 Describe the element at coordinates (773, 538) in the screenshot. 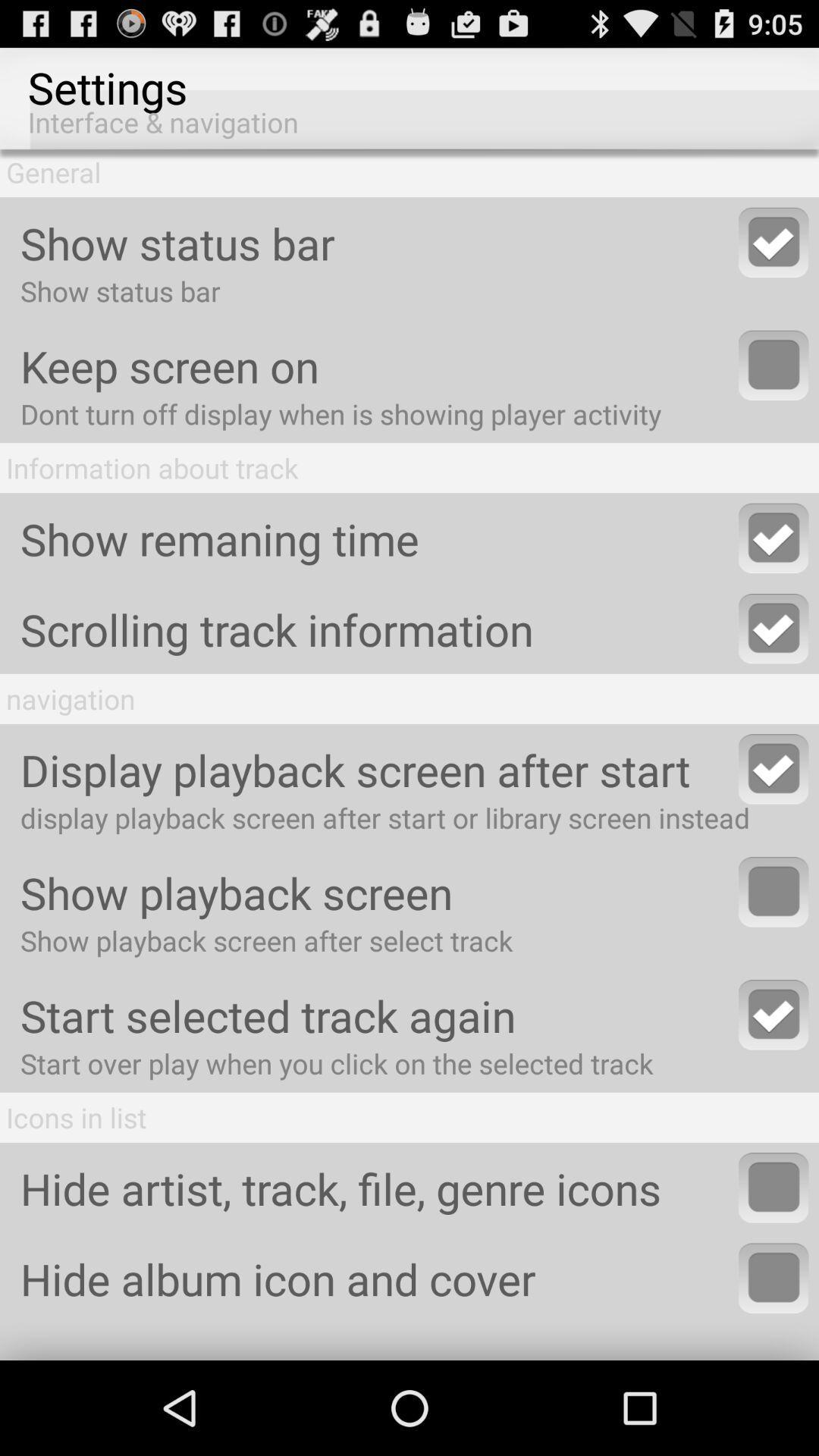

I see `show remaining time option` at that location.